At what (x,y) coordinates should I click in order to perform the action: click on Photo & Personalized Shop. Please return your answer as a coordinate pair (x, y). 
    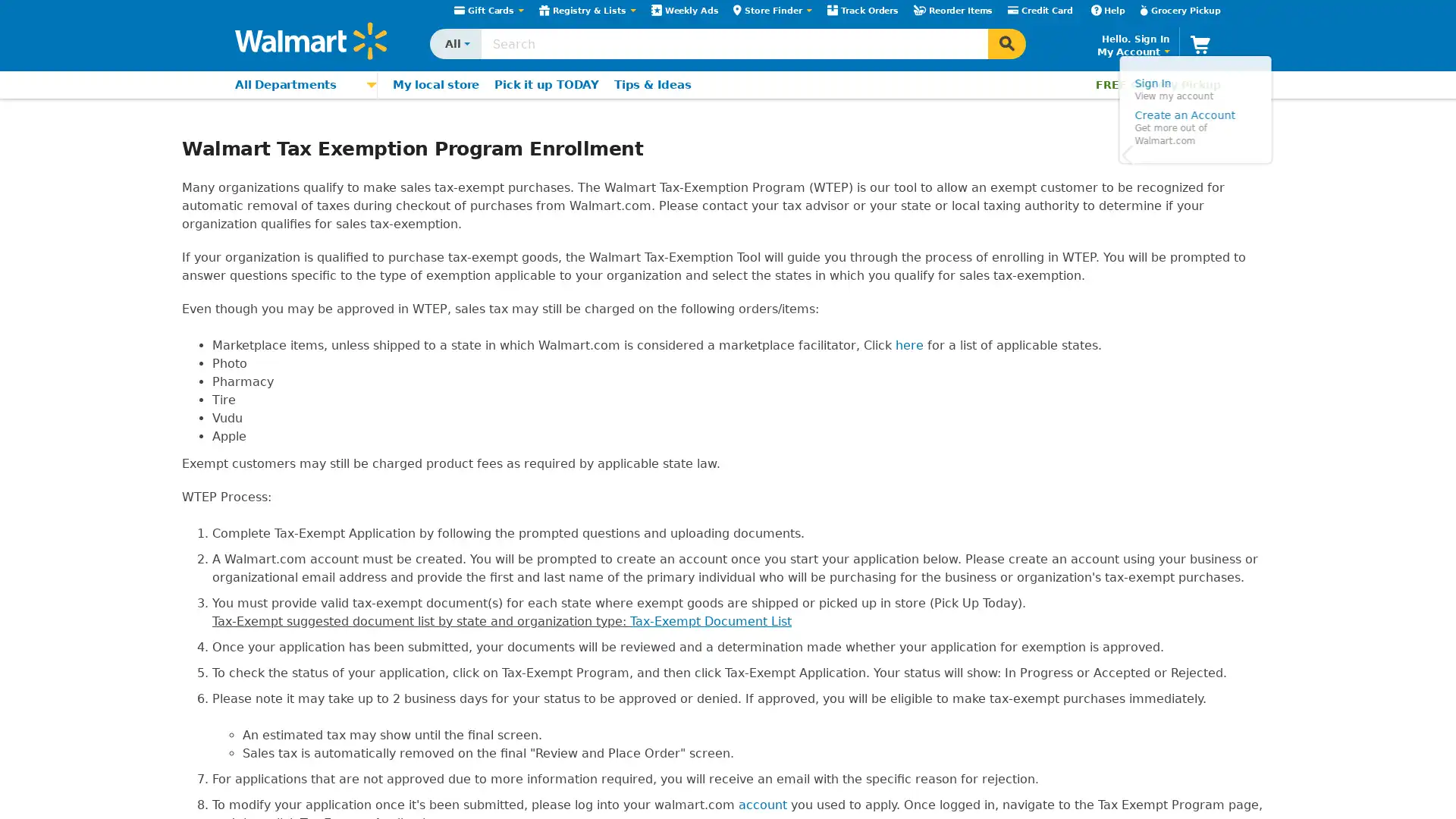
    Looking at the image, I should click on (294, 405).